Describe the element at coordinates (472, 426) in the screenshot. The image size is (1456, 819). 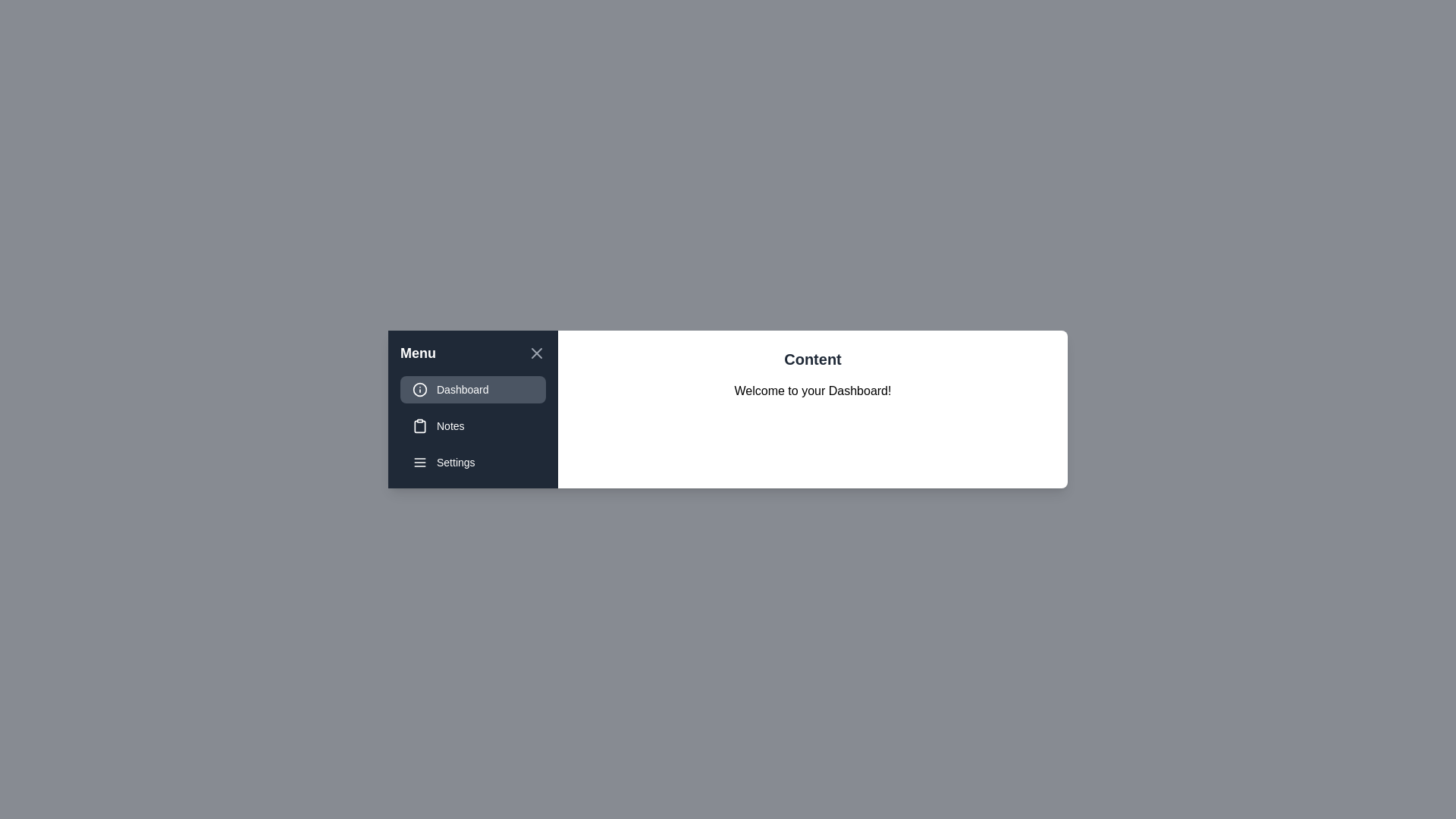
I see `the 'Notes' navigational button, which is the second button in the vertical menu list` at that location.